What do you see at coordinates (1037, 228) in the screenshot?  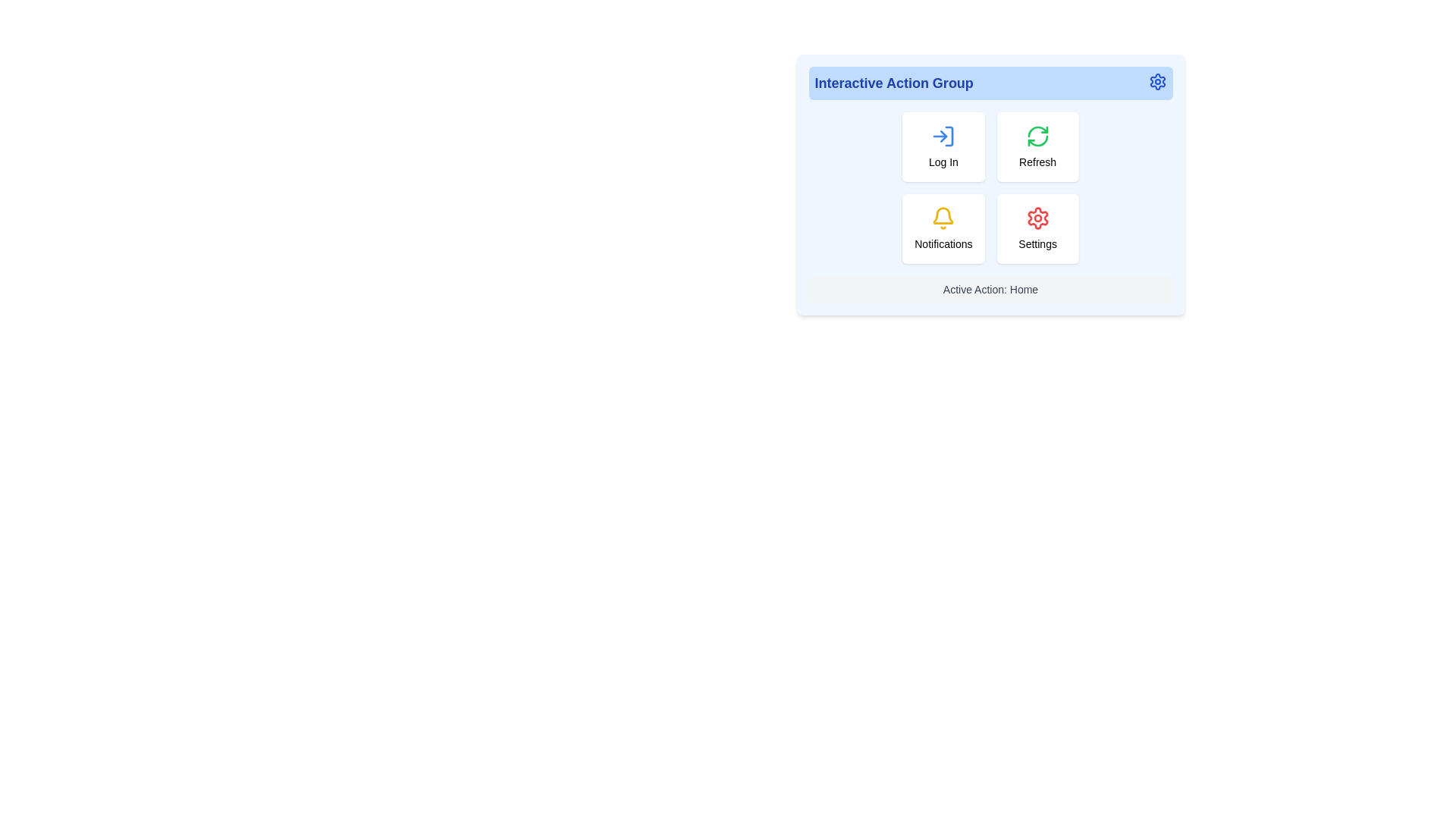 I see `the settings access button located in the lower-right corner of the interactive action group` at bounding box center [1037, 228].